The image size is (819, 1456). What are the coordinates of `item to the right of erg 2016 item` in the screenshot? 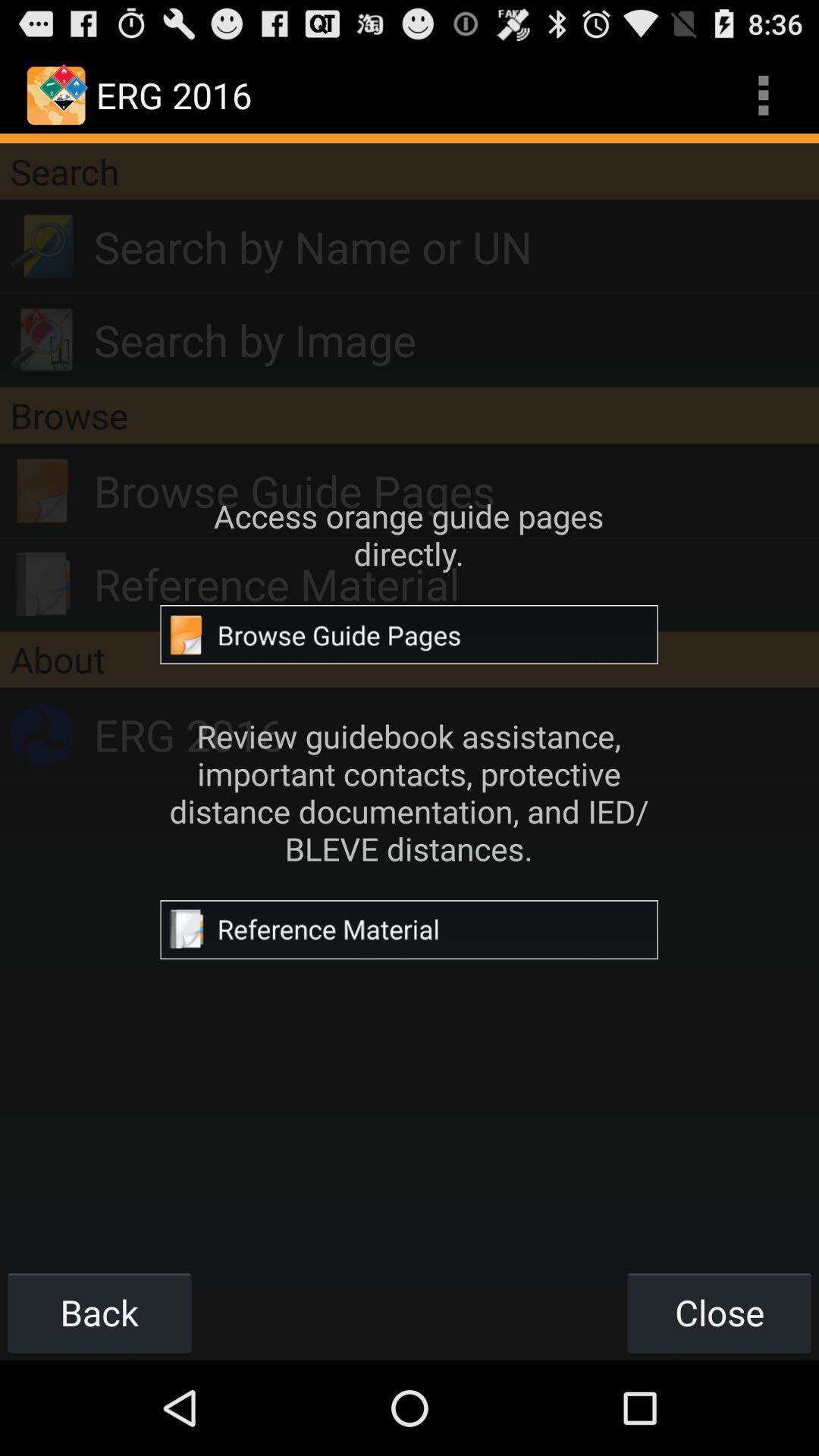 It's located at (763, 94).